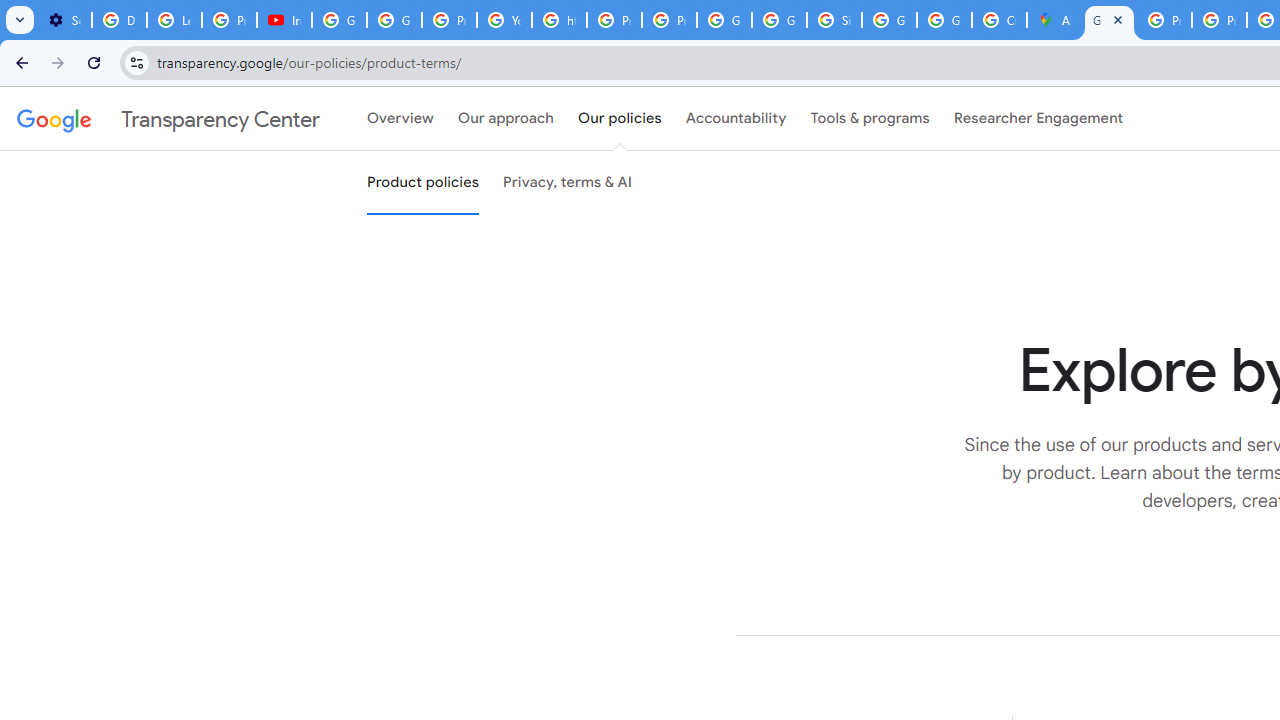 This screenshot has height=720, width=1280. I want to click on 'Google Account Help', so click(339, 20).